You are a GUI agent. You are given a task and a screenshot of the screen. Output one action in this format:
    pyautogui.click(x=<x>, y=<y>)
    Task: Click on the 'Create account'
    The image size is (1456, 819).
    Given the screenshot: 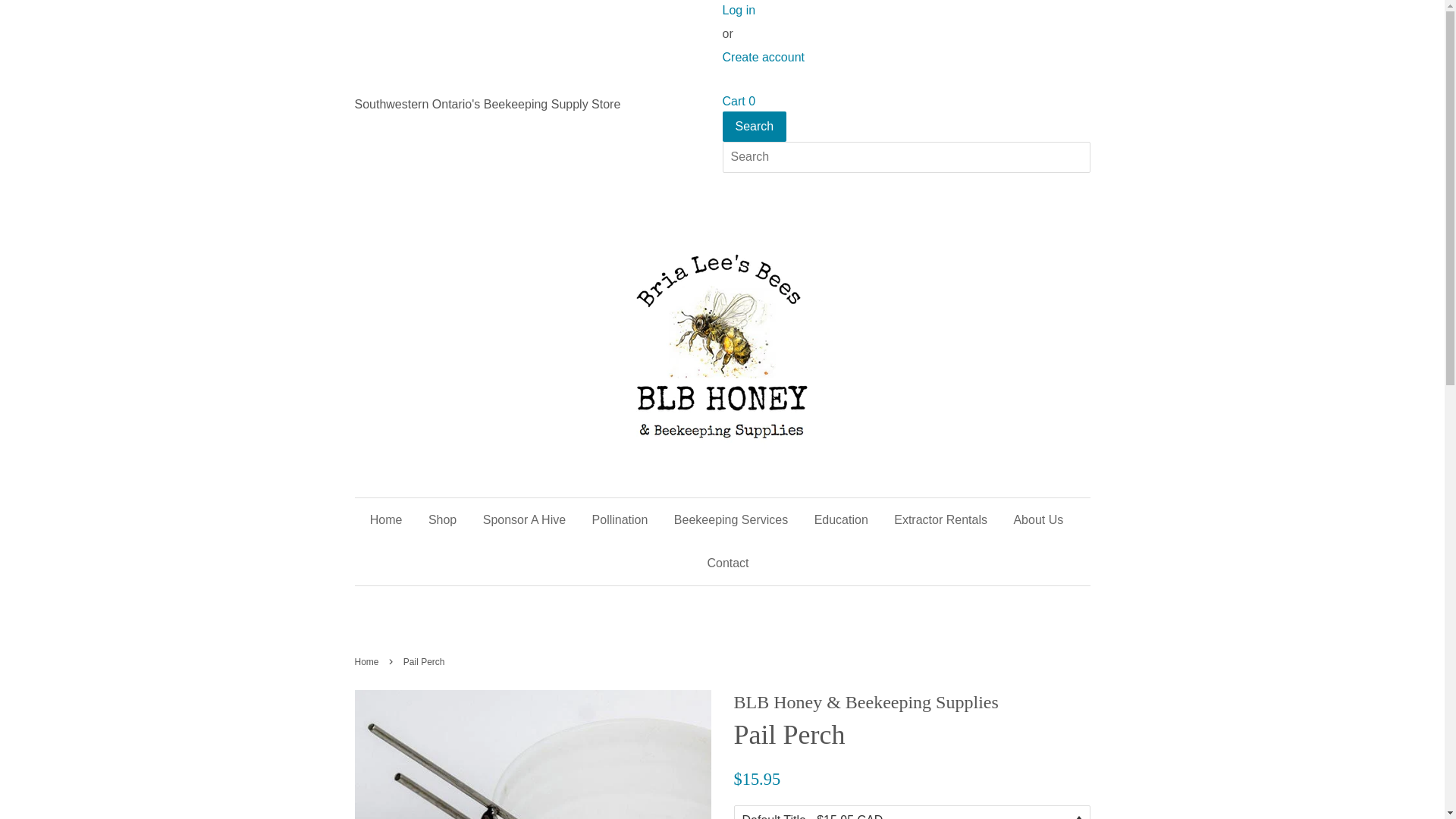 What is the action you would take?
    pyautogui.click(x=763, y=56)
    